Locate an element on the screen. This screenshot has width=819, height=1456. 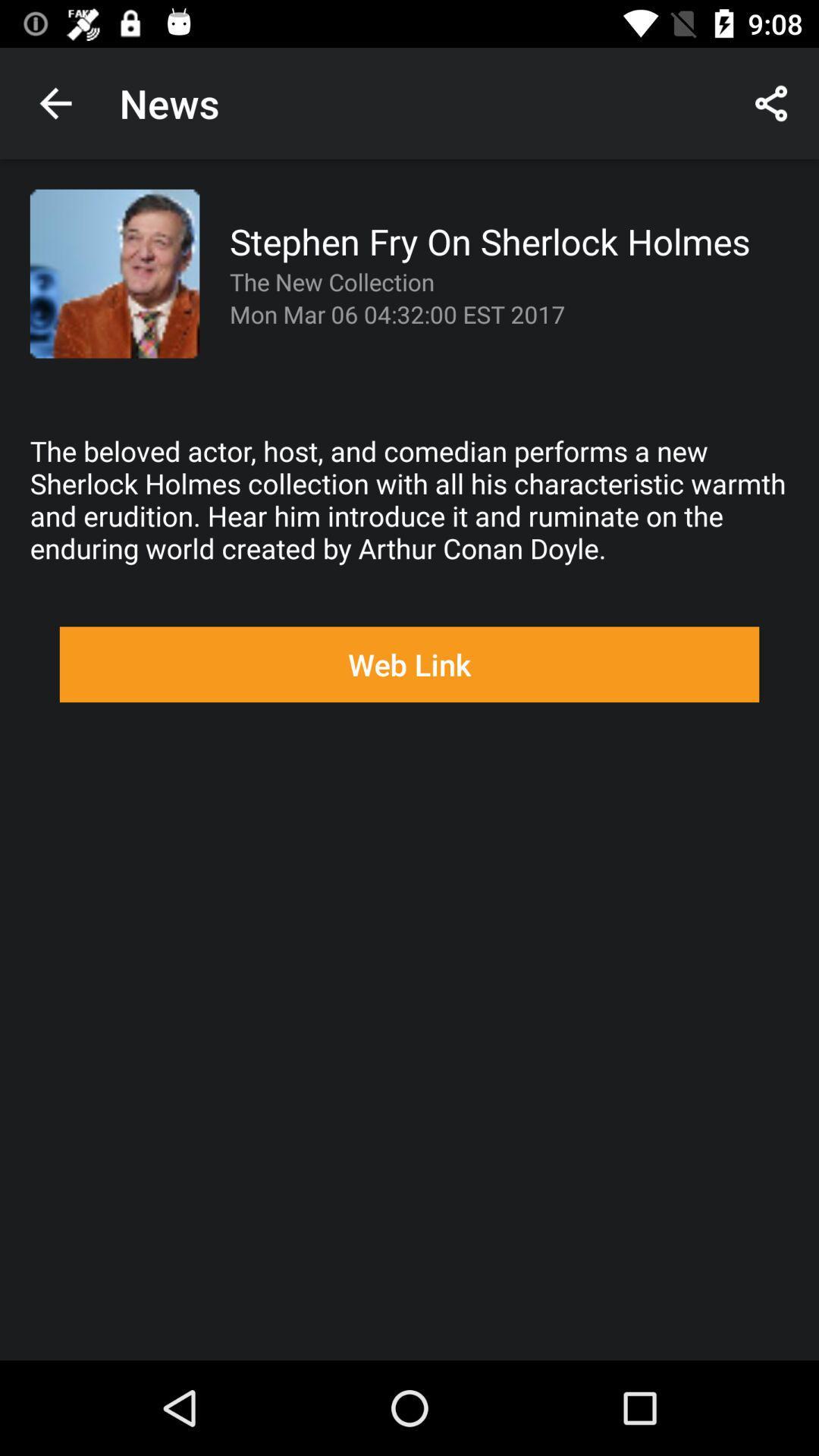
icon next to news is located at coordinates (55, 102).